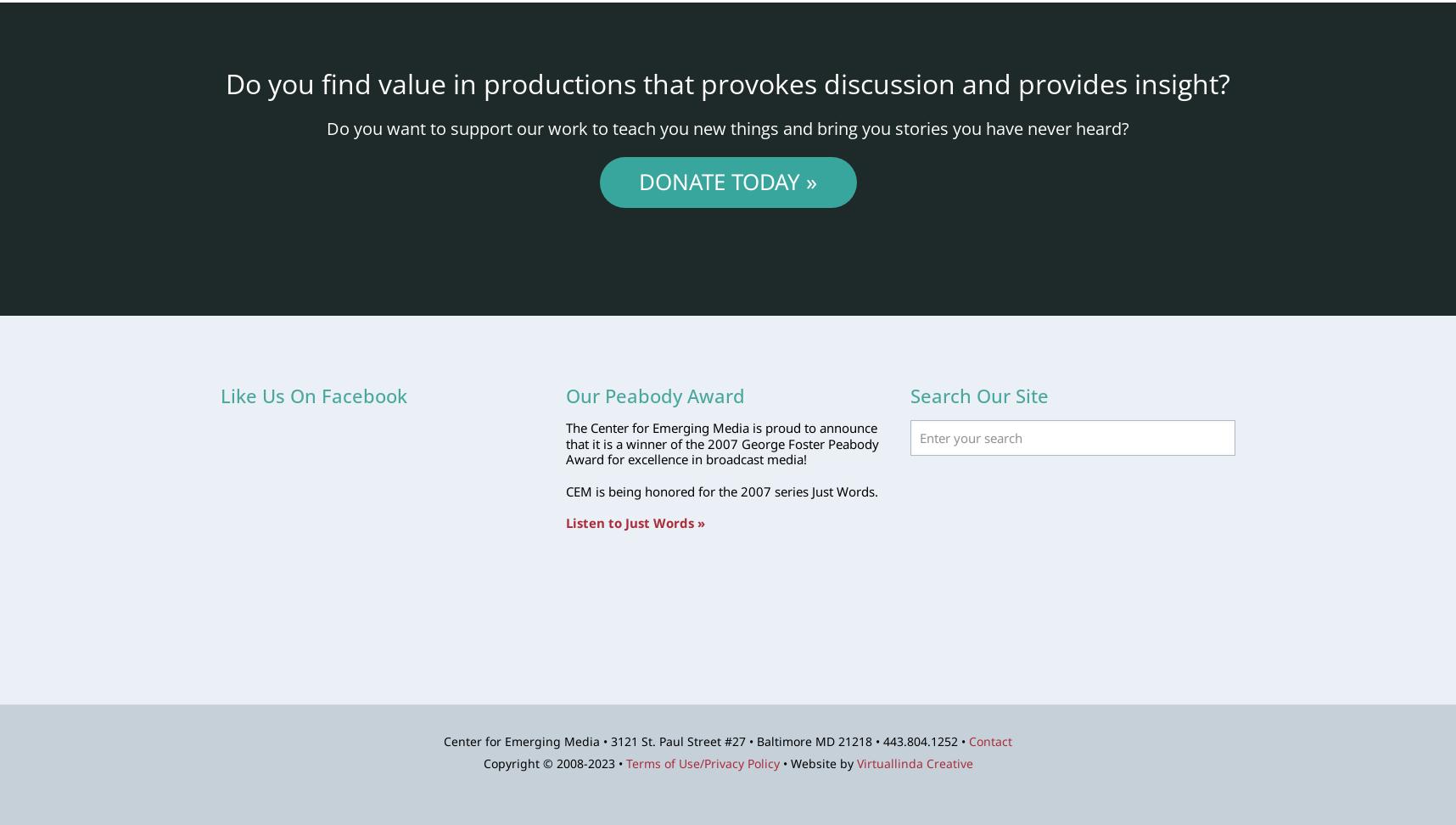  Describe the element at coordinates (728, 81) in the screenshot. I see `'Do you find value in productions that provokes discussion and provides insight?'` at that location.